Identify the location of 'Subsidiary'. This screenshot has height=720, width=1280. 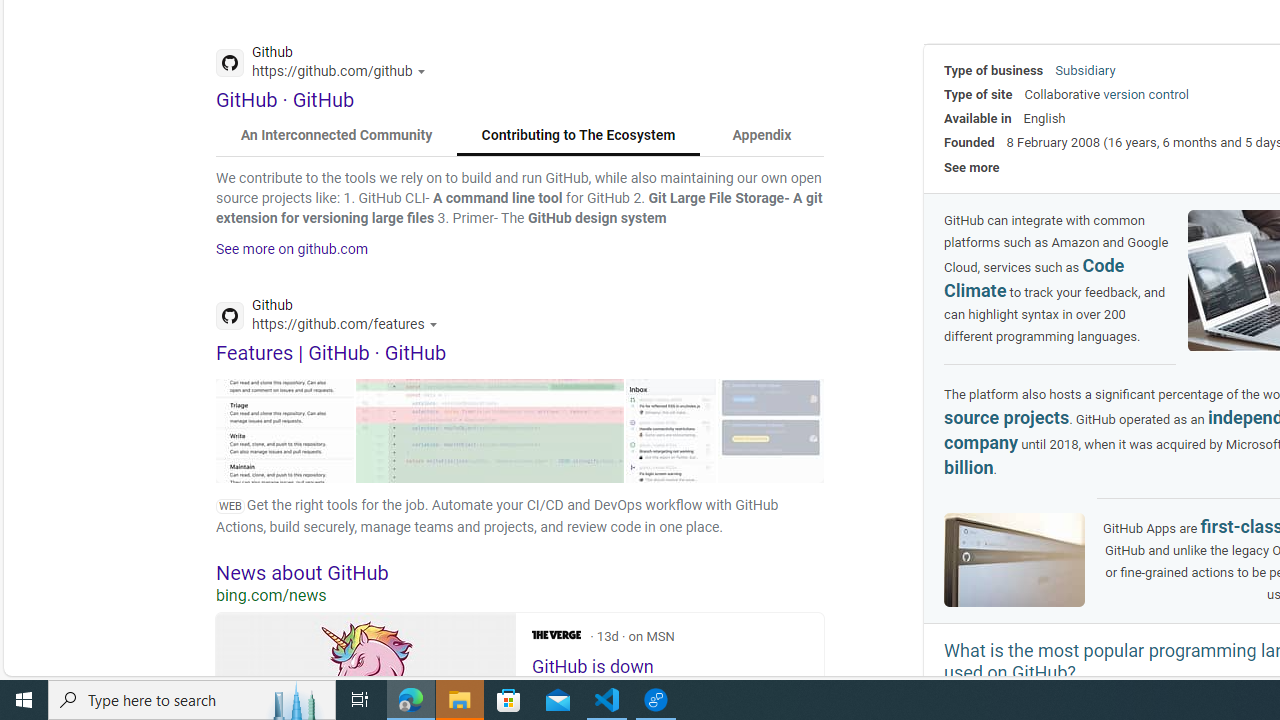
(1084, 69).